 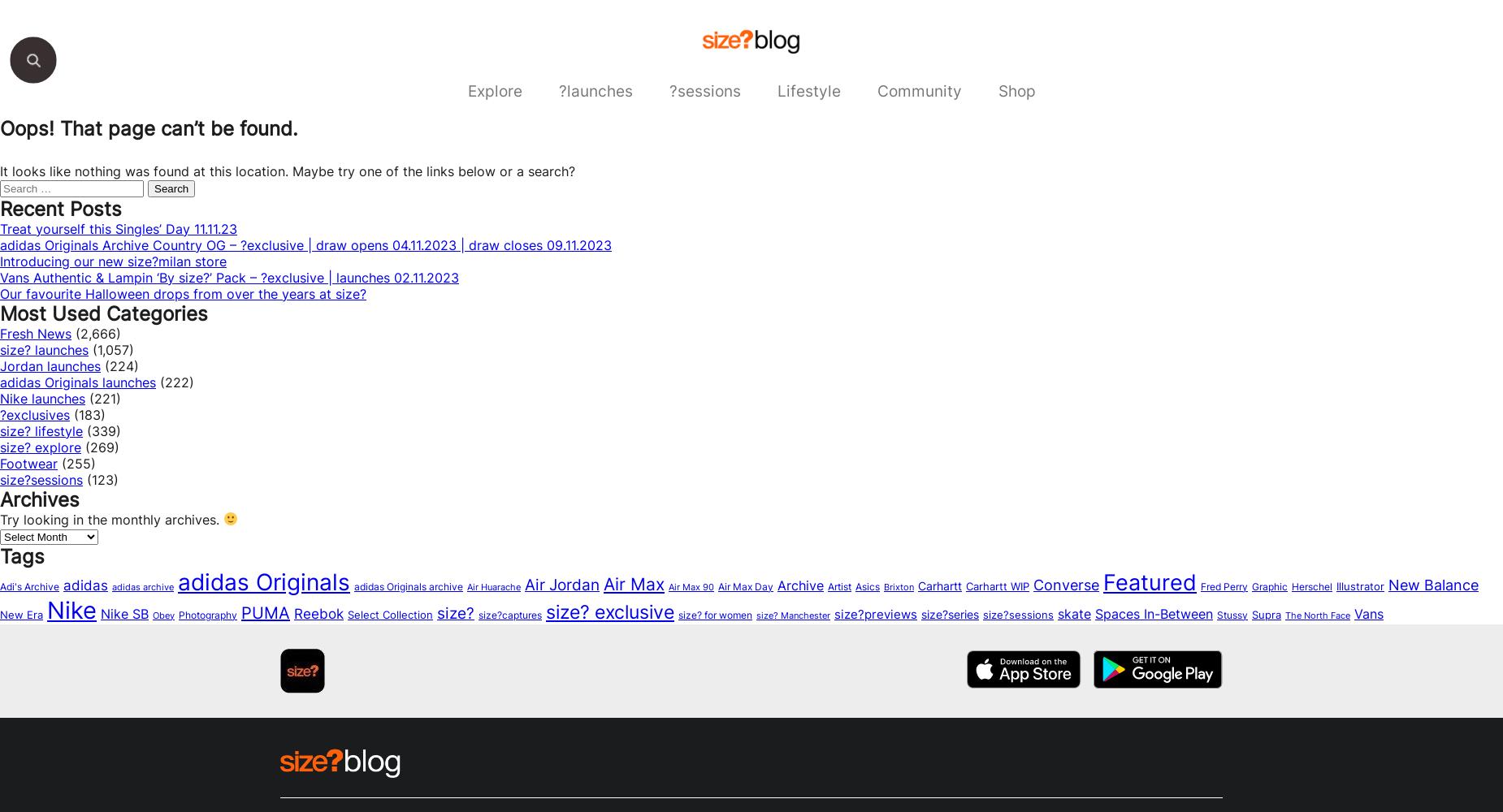 I want to click on 'size? lifestyle', so click(x=0, y=430).